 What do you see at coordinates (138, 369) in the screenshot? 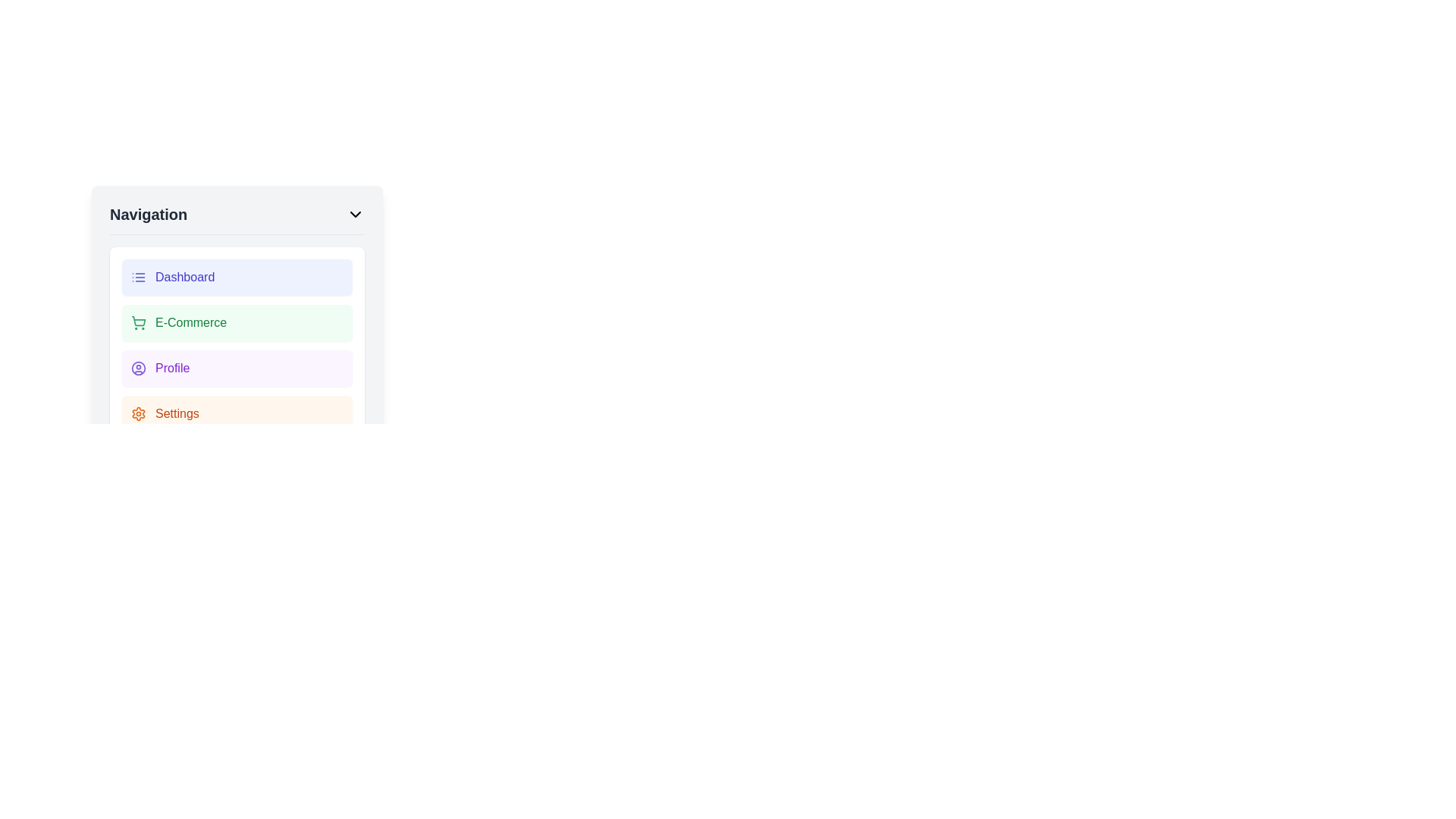
I see `the decorative outline of the user profile icon located in the navigation menu` at bounding box center [138, 369].